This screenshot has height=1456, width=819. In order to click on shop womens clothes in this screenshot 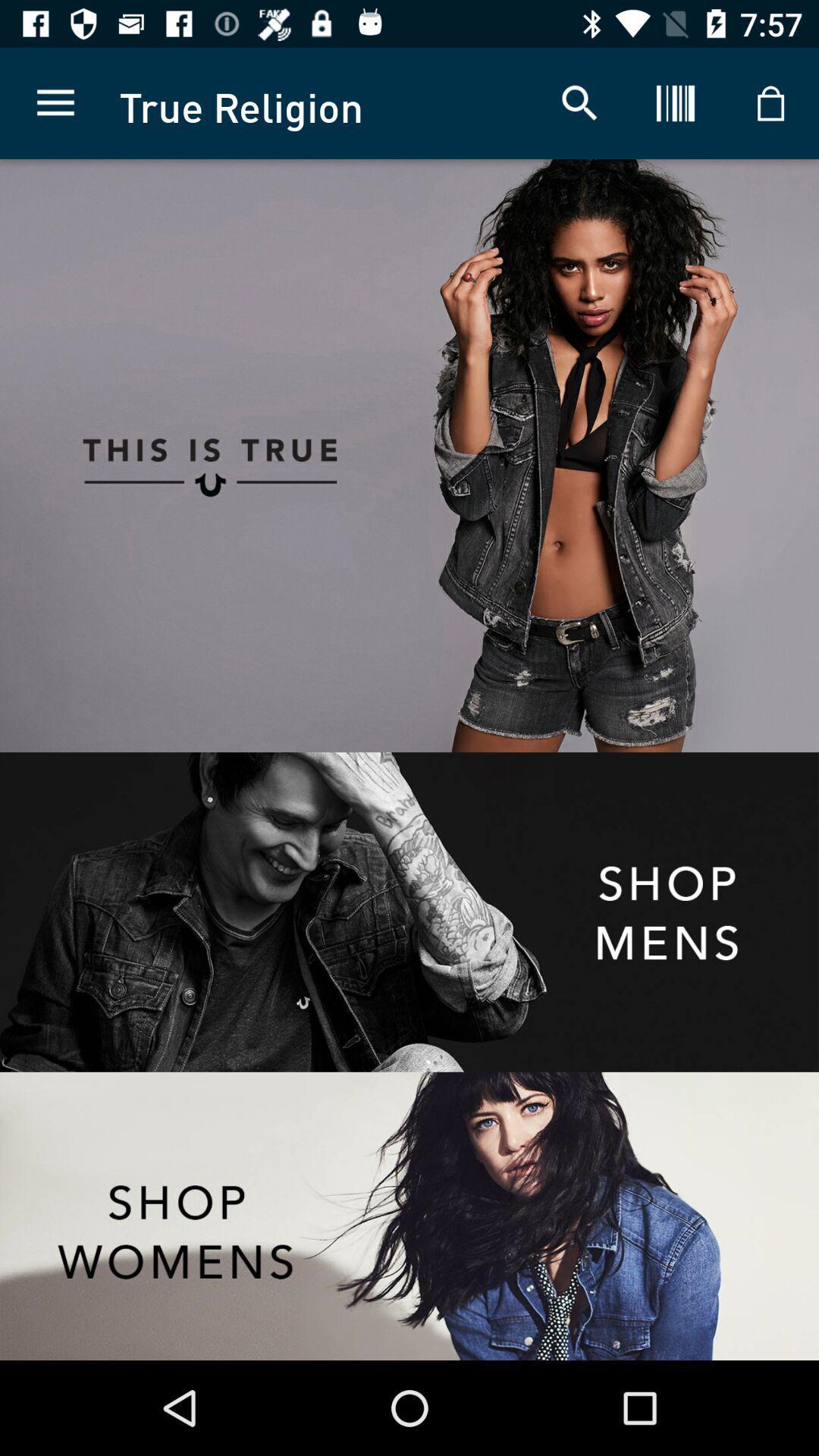, I will do `click(409, 1216)`.